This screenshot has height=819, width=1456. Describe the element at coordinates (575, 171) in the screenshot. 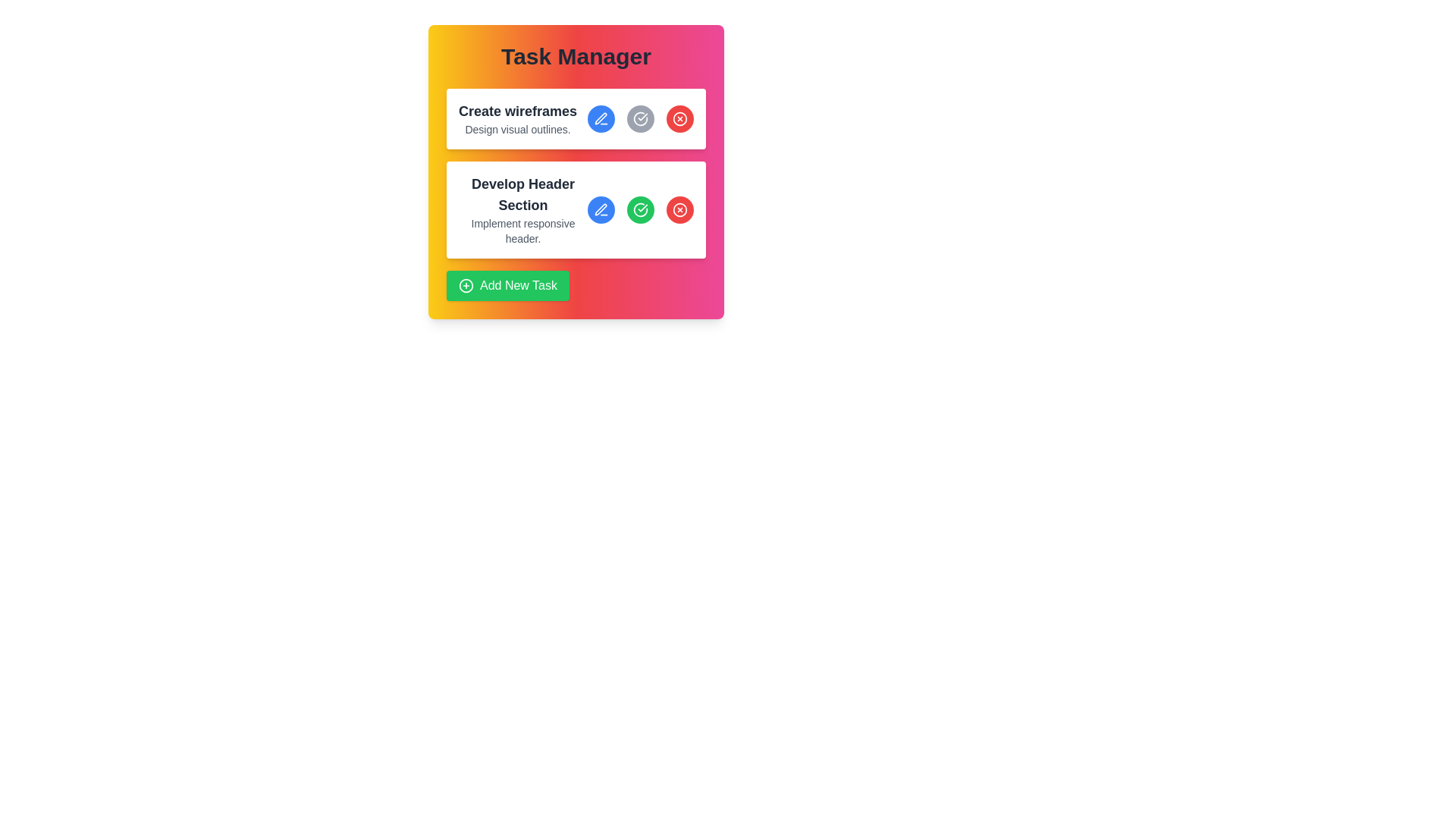

I see `the task title within the Task Manager card for detail view` at that location.